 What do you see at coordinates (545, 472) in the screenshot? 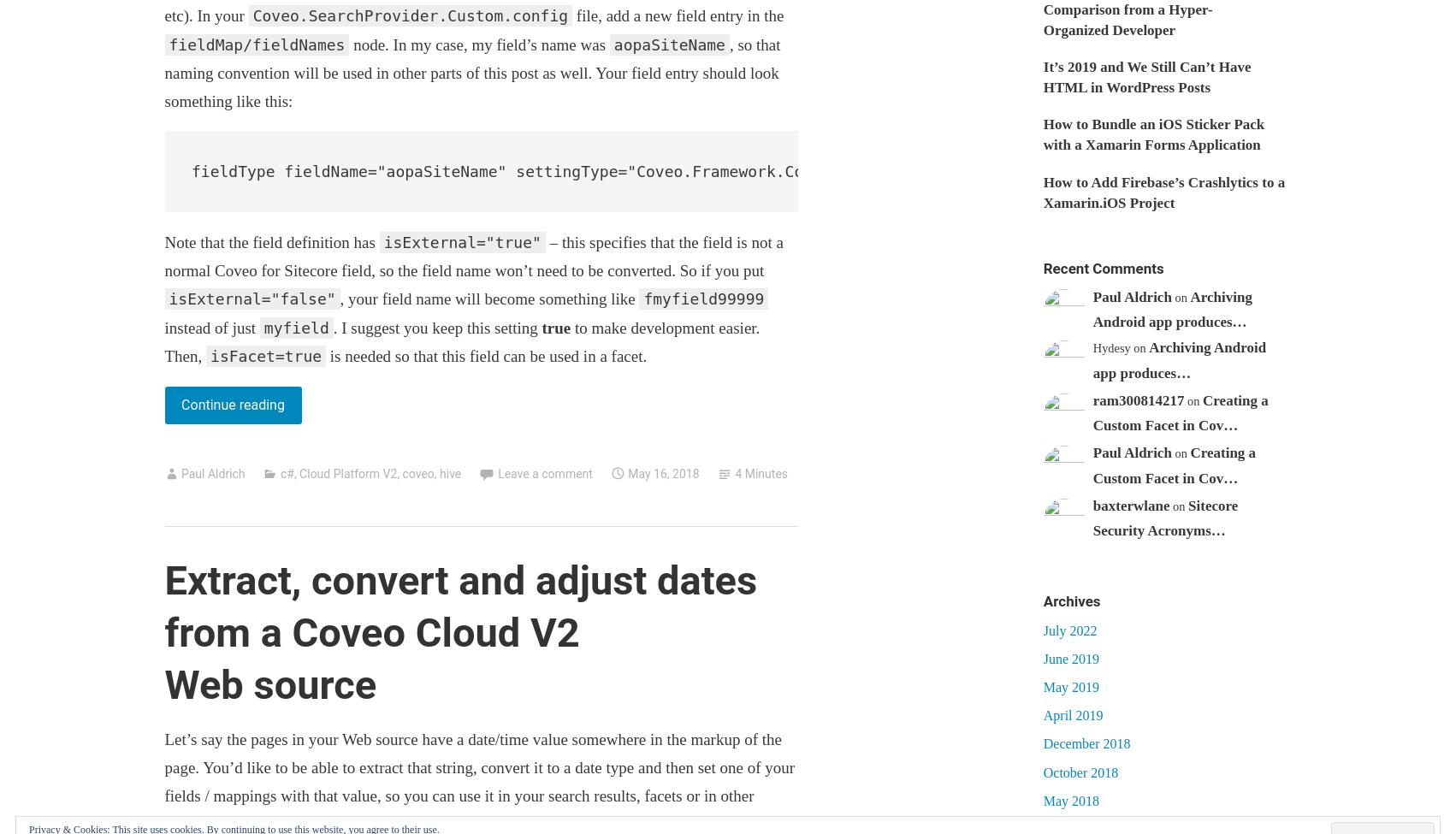
I see `'Leave a comment'` at bounding box center [545, 472].